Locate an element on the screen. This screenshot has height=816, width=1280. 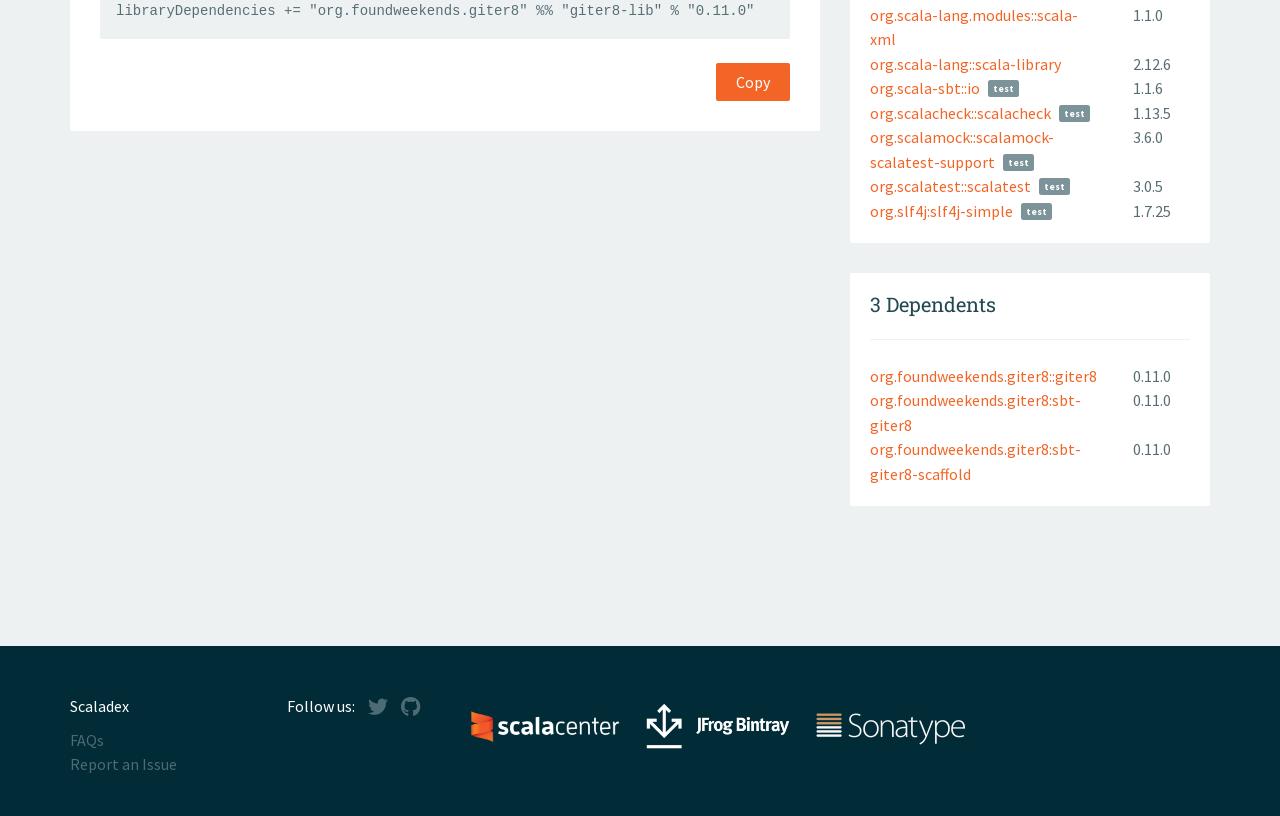
'Follow us:' is located at coordinates (321, 705).